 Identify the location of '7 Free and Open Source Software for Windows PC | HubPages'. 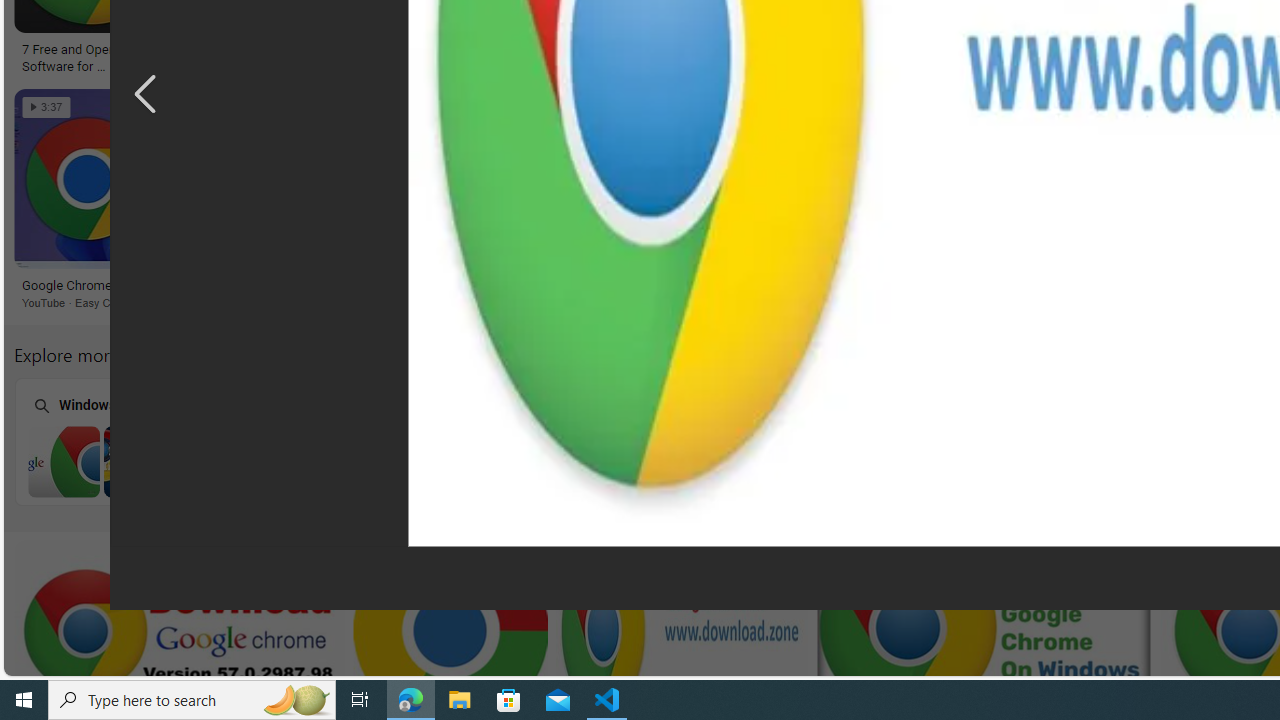
(90, 55).